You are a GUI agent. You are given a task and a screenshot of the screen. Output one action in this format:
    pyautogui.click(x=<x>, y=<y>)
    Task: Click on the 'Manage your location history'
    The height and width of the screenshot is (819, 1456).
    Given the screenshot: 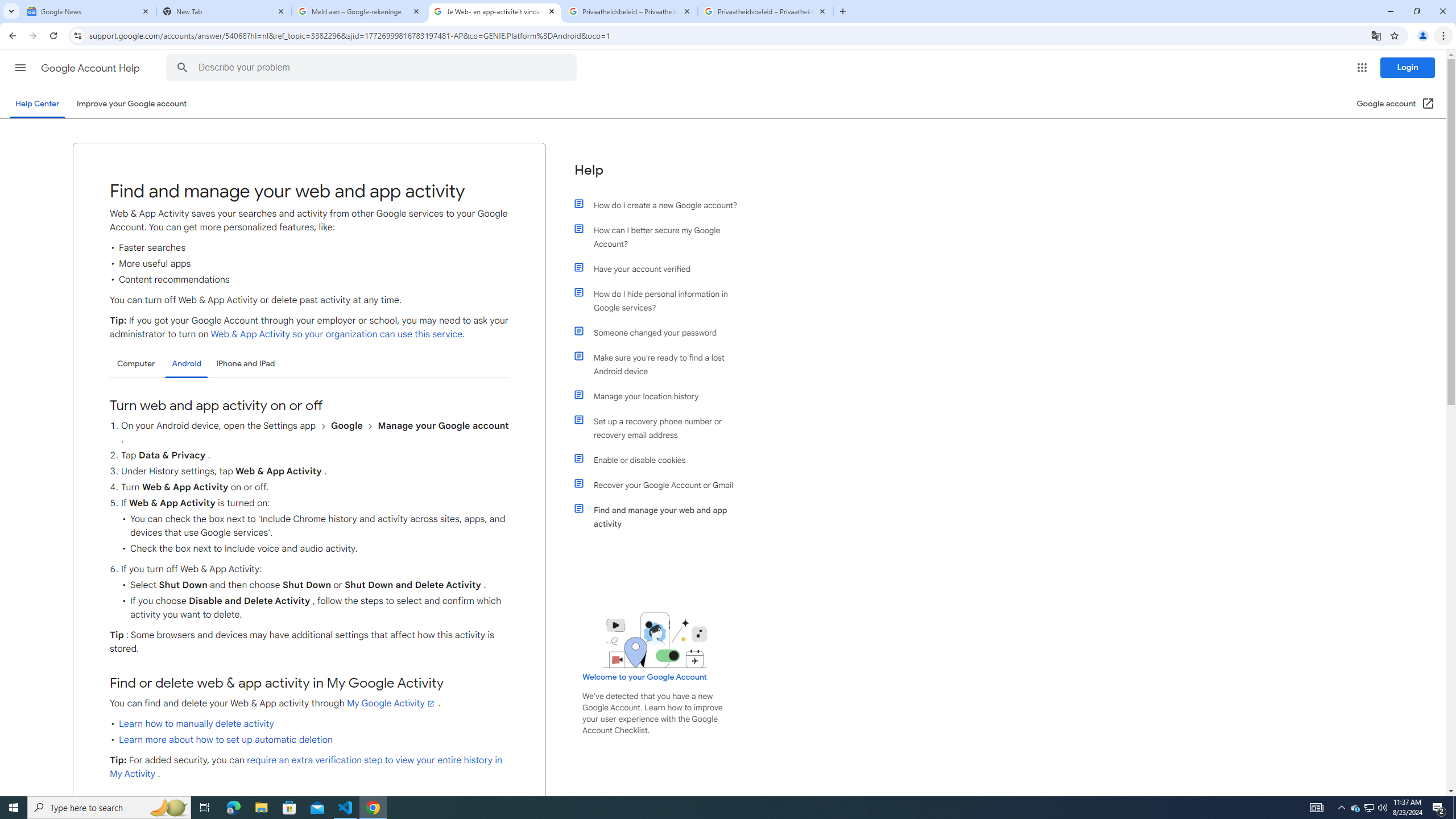 What is the action you would take?
    pyautogui.click(x=661, y=396)
    